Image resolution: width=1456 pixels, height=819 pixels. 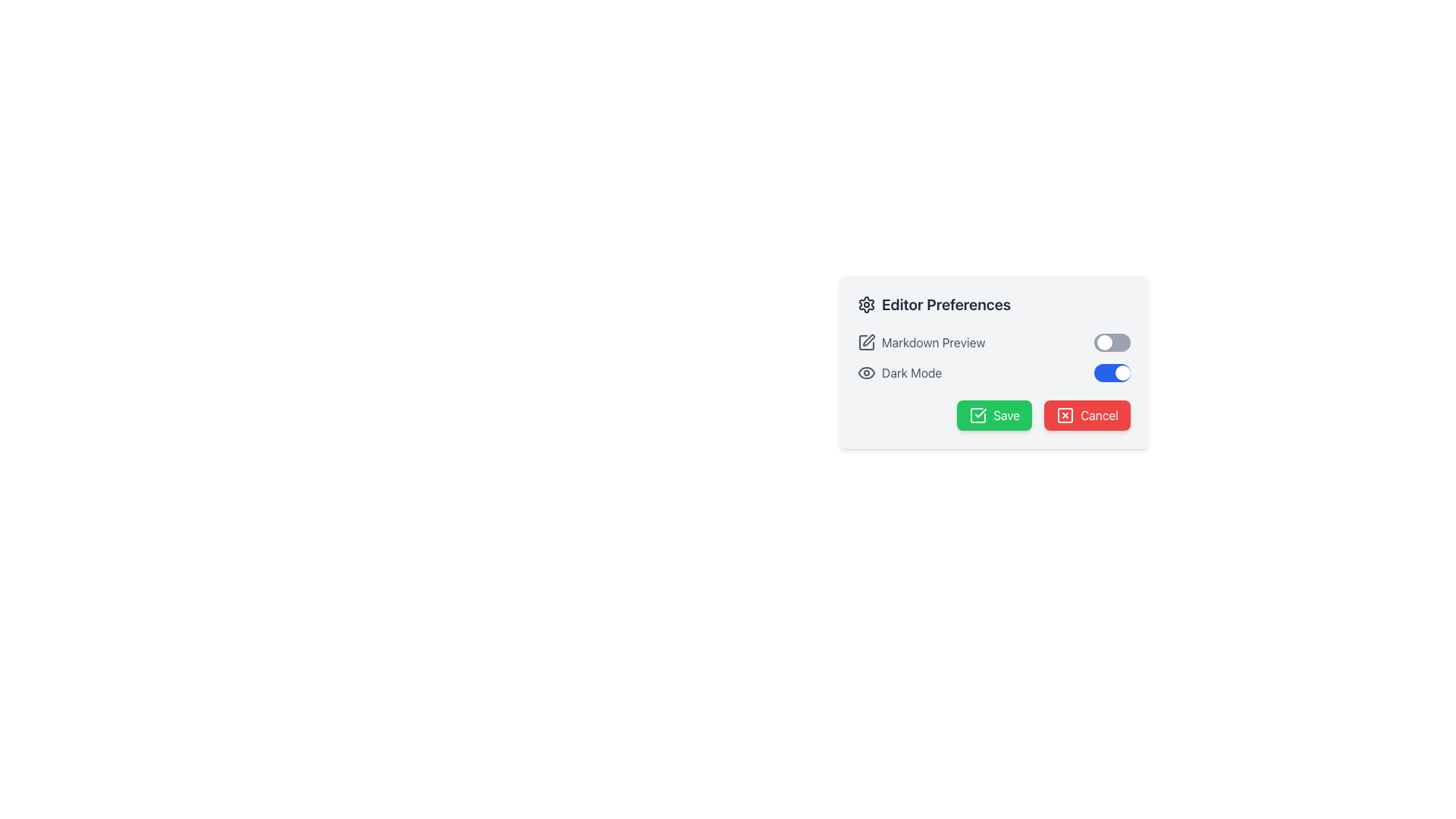 What do you see at coordinates (934, 304) in the screenshot?
I see `the 'Editor Preferences' header located at the top-left corner of the modal interface` at bounding box center [934, 304].